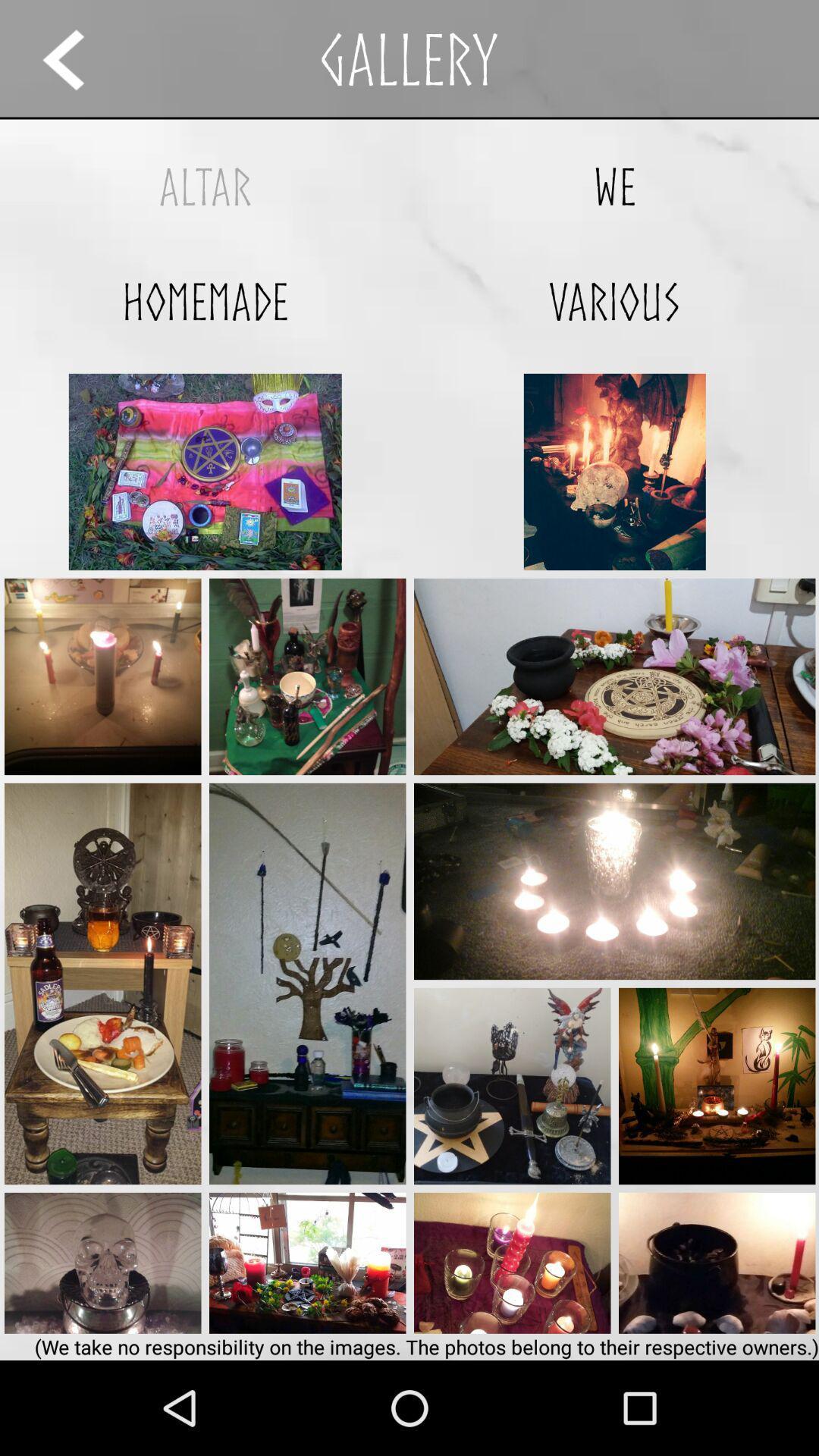 The height and width of the screenshot is (1456, 819). Describe the element at coordinates (205, 186) in the screenshot. I see `the app above homemade icon` at that location.